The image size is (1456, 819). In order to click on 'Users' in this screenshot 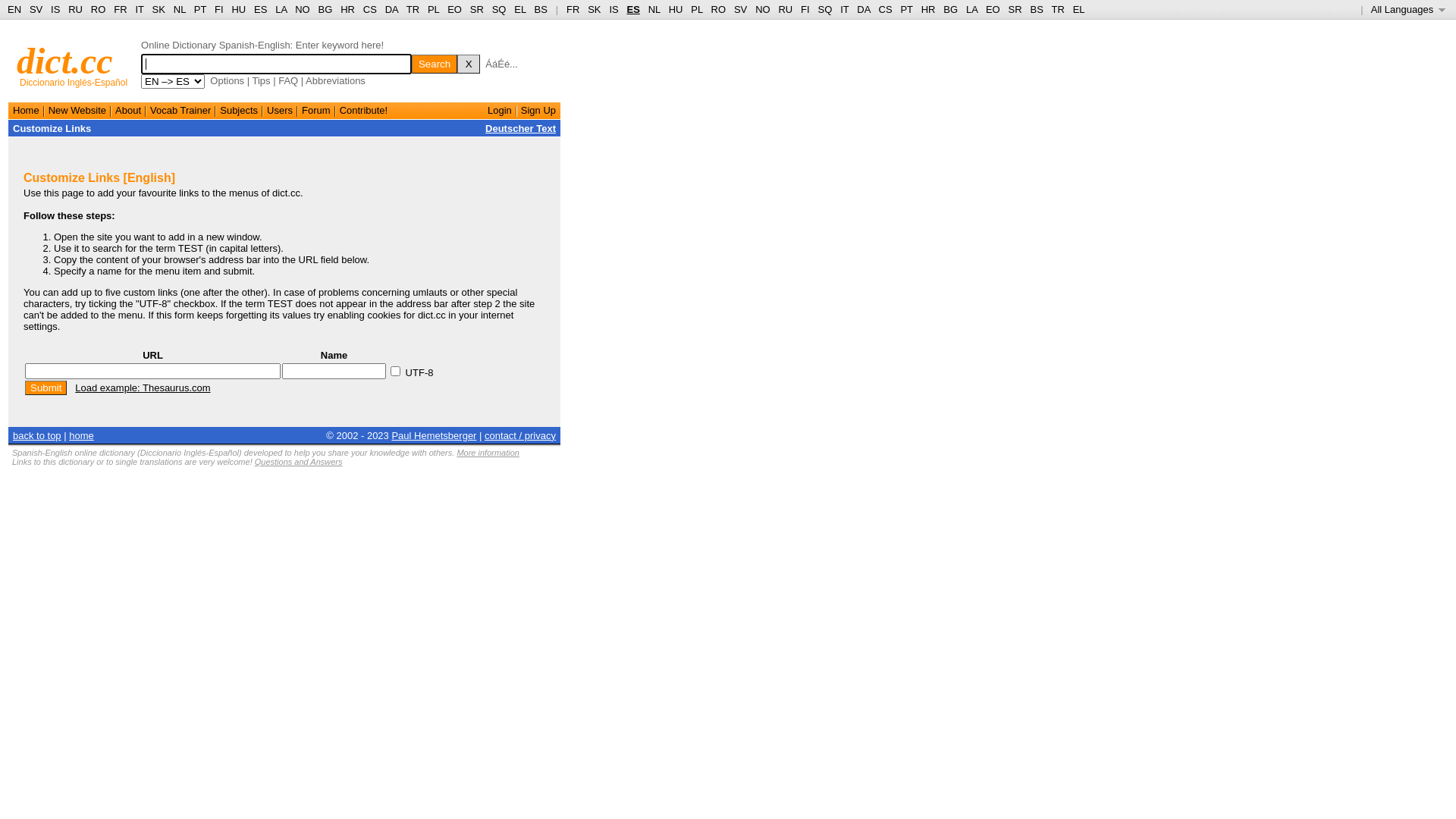, I will do `click(266, 109)`.